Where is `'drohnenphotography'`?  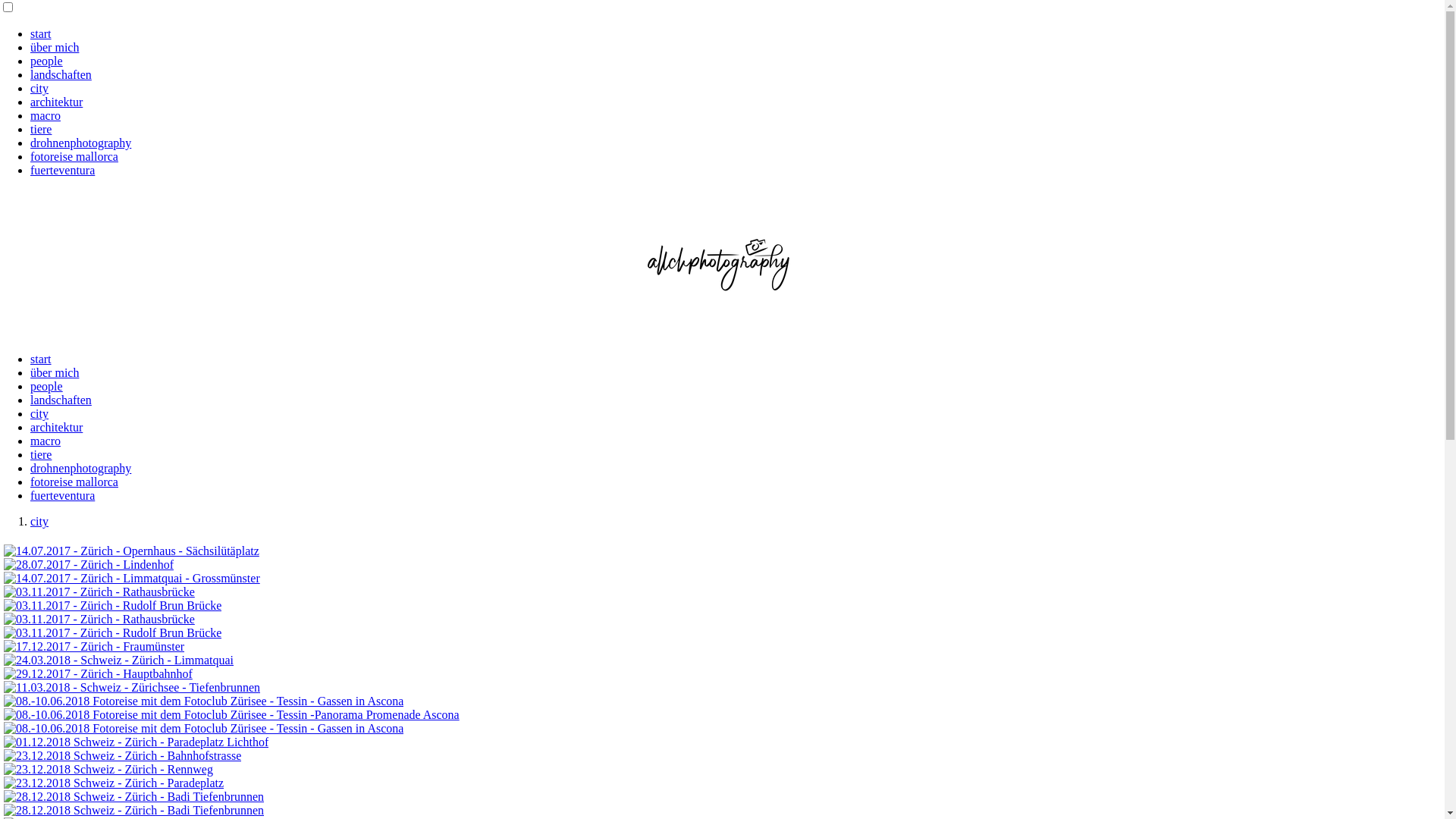 'drohnenphotography' is located at coordinates (80, 467).